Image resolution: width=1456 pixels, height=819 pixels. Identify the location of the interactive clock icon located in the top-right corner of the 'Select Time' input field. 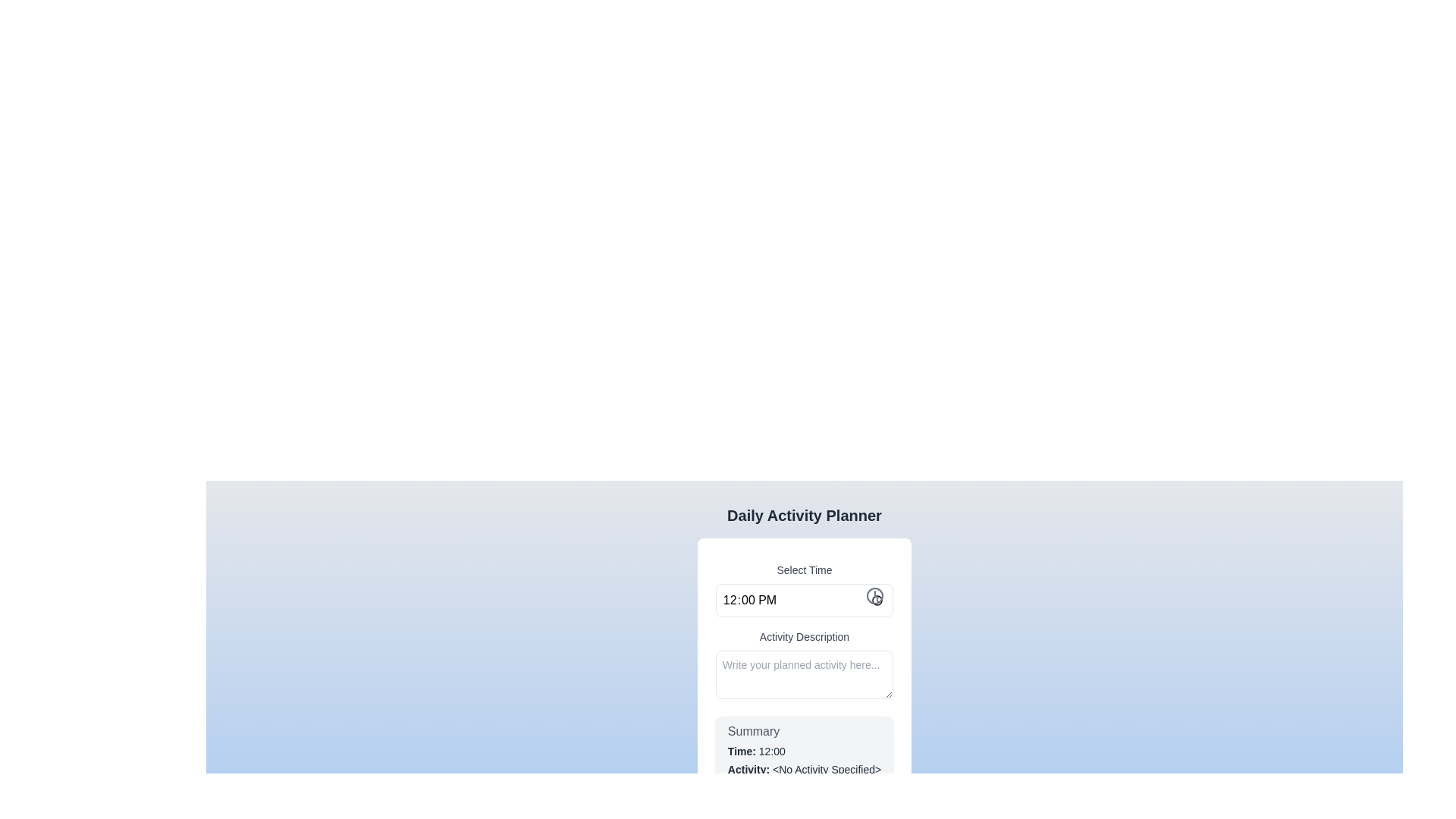
(875, 595).